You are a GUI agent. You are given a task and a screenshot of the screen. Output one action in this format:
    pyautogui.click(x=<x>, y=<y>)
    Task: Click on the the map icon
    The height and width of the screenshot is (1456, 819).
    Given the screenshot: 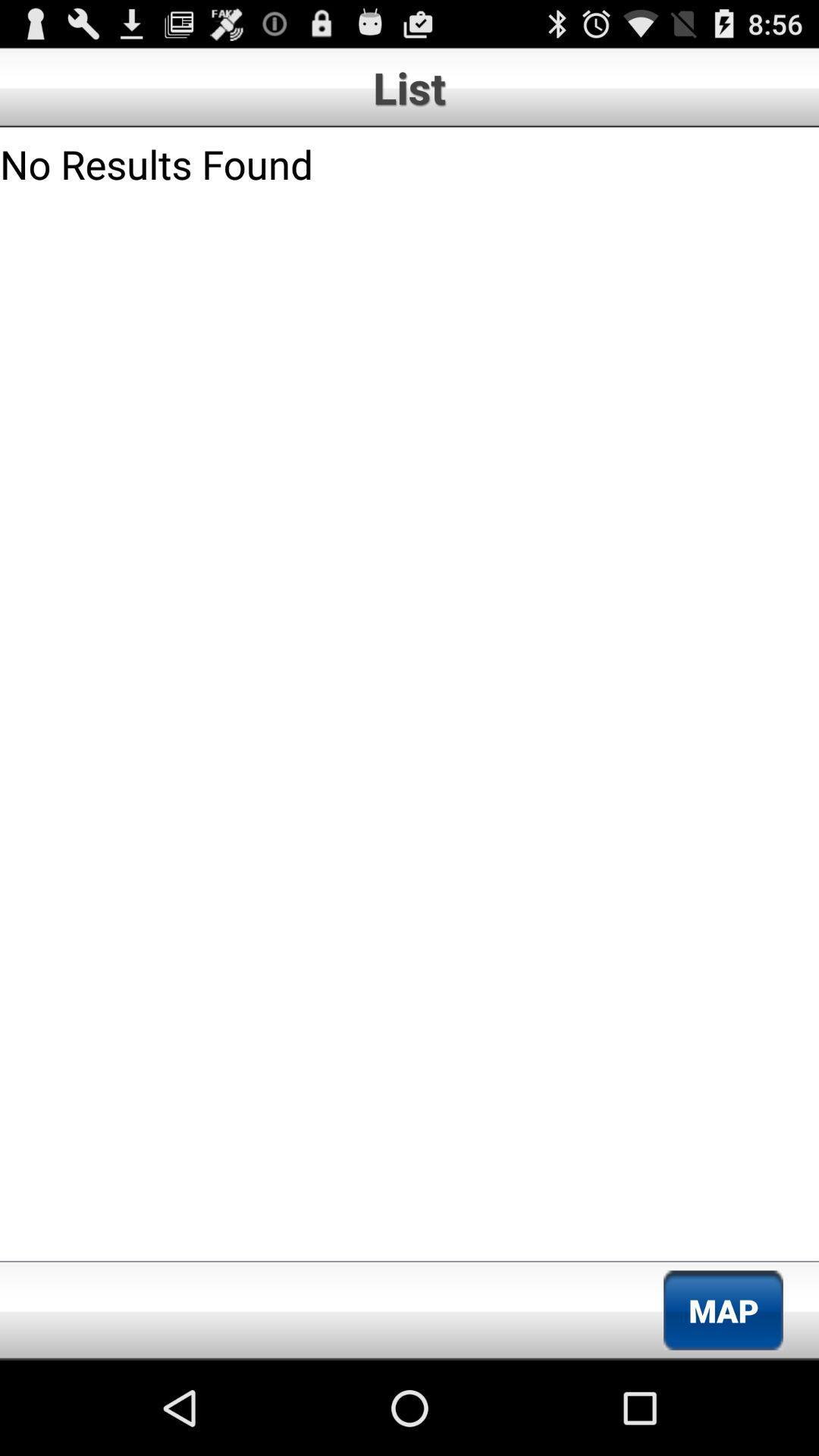 What is the action you would take?
    pyautogui.click(x=722, y=1310)
    